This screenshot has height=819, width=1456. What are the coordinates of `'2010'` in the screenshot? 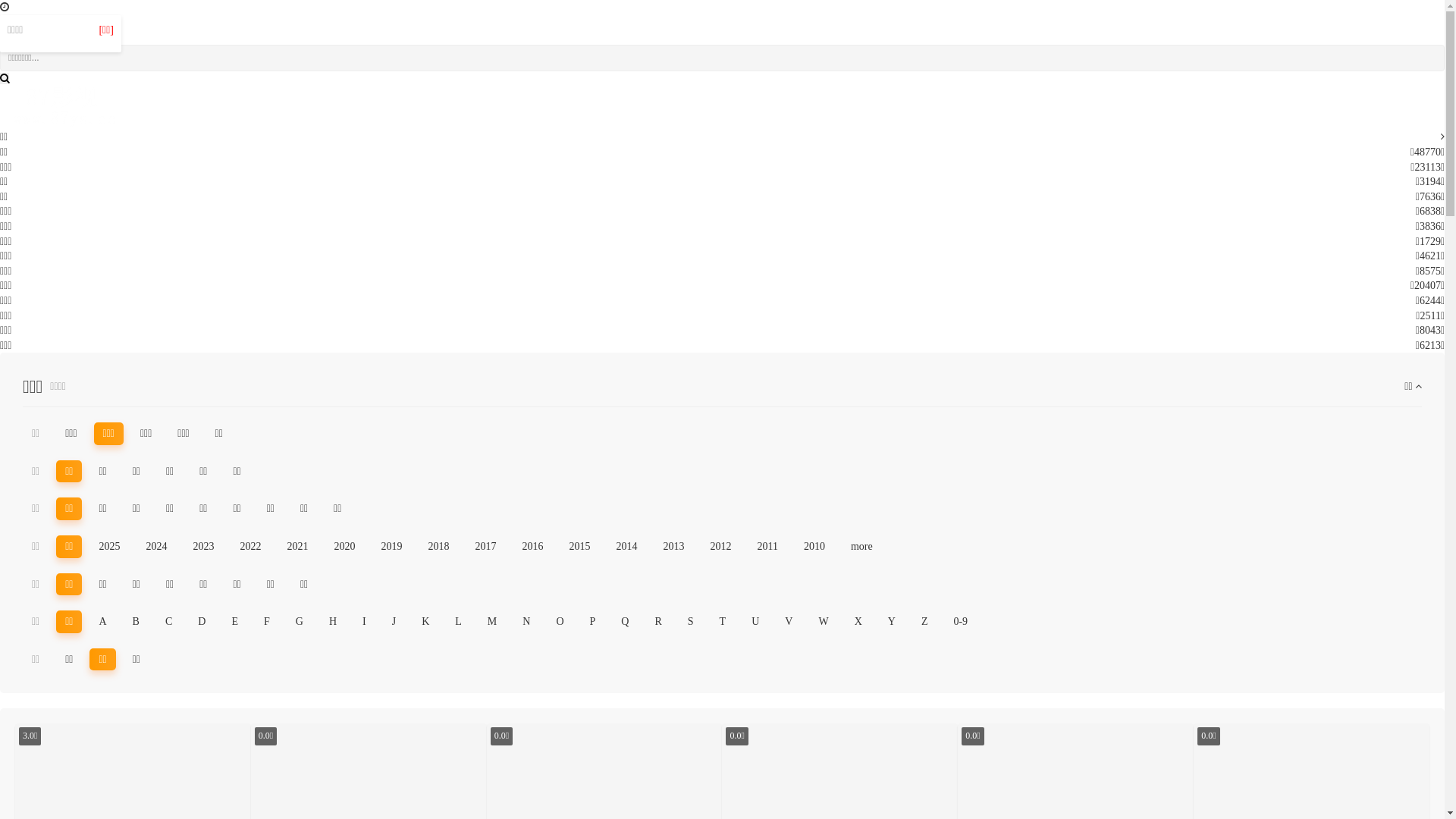 It's located at (814, 547).